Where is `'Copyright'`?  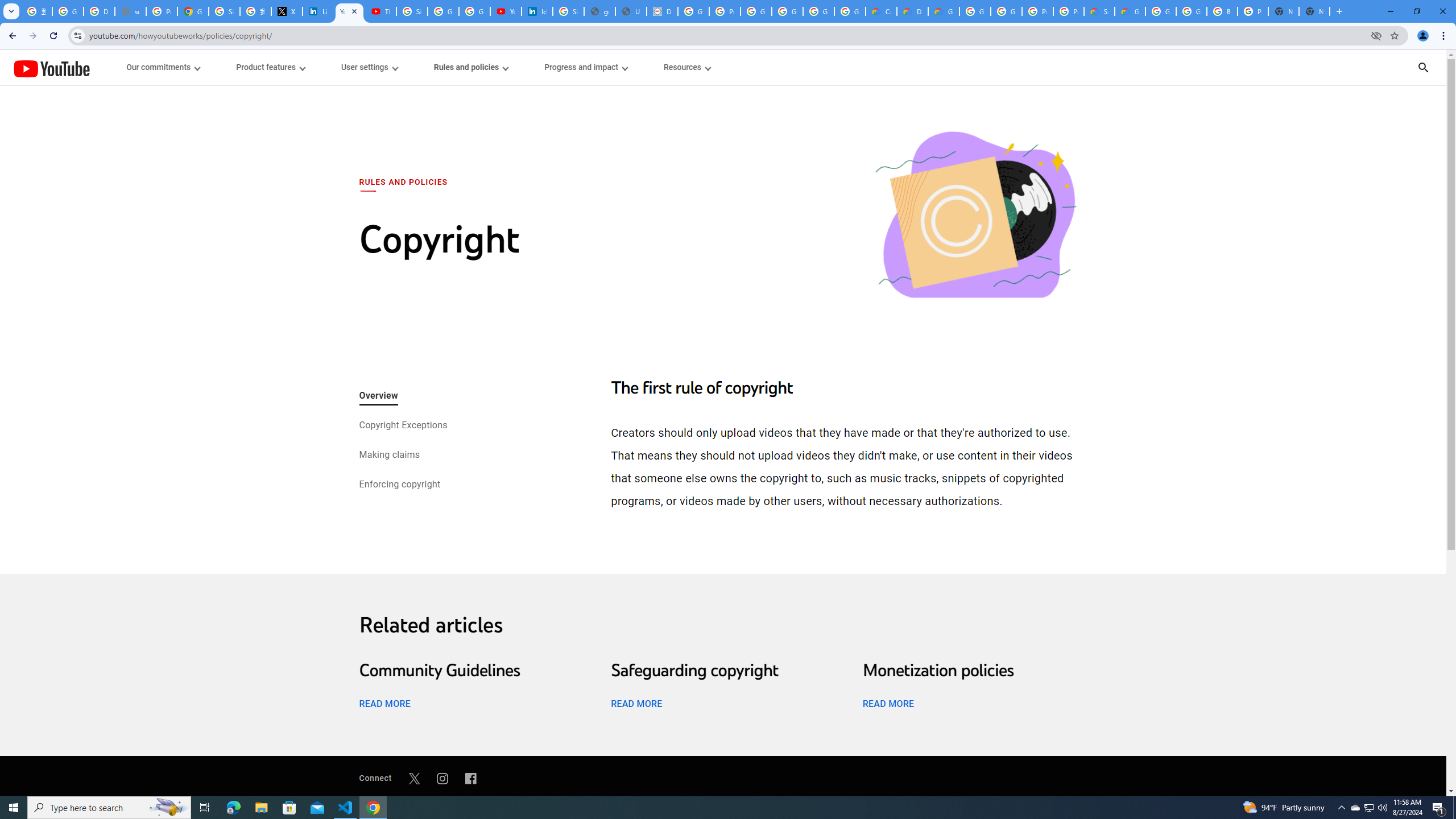
'Copyright' is located at coordinates (974, 216).